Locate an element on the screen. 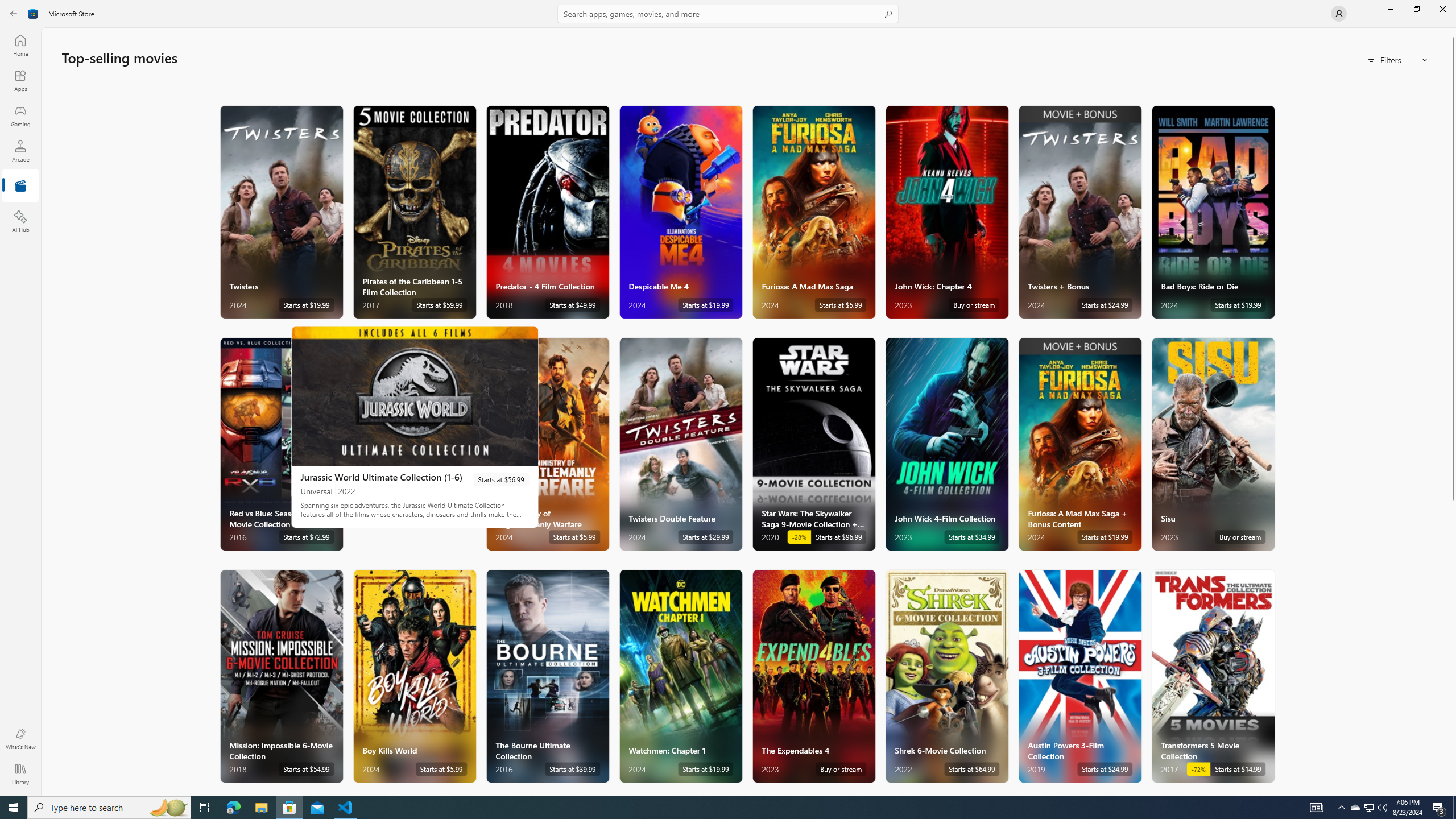 The width and height of the screenshot is (1456, 819). 'Gaming' is located at coordinates (19, 115).